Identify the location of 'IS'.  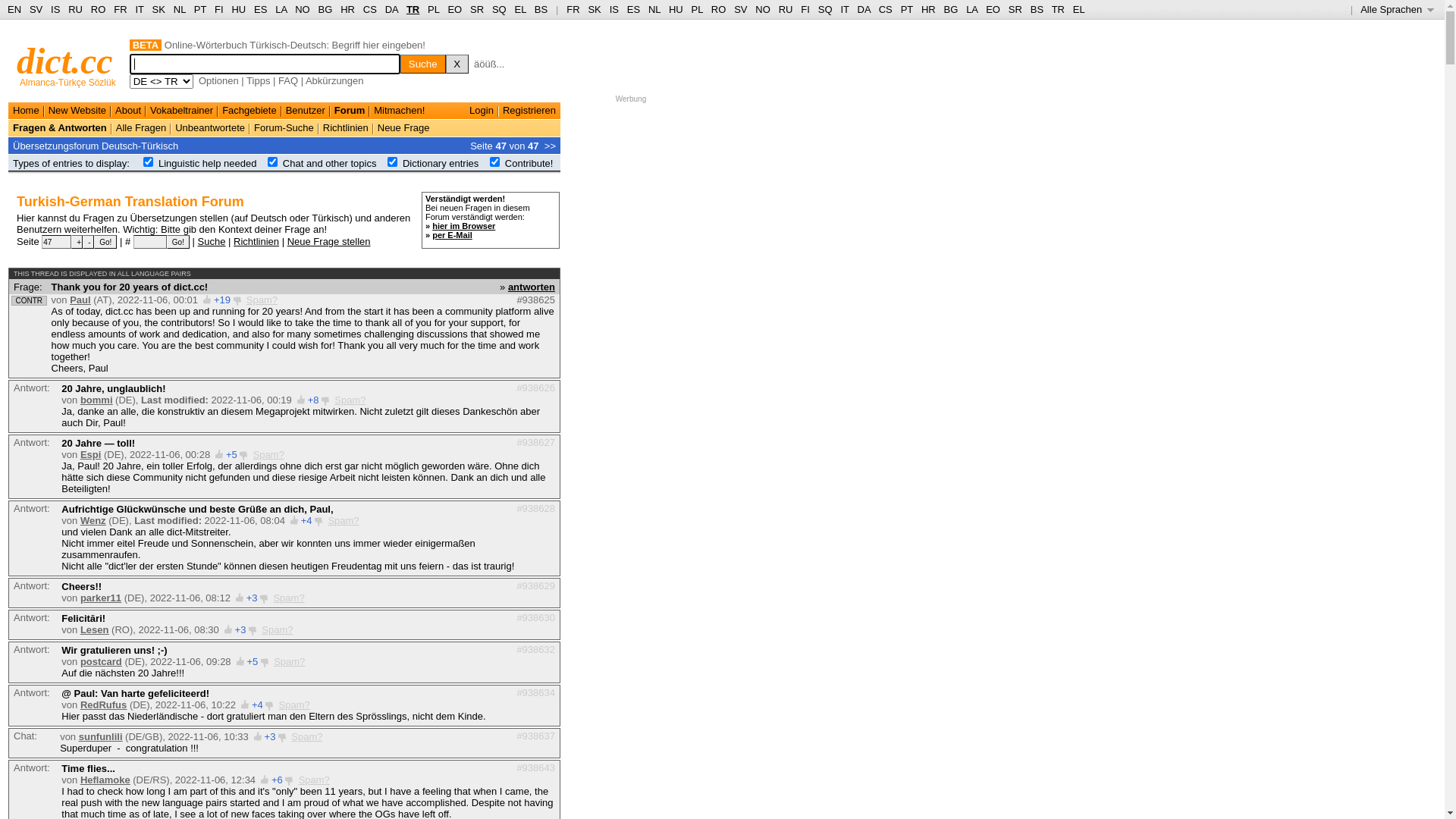
(614, 9).